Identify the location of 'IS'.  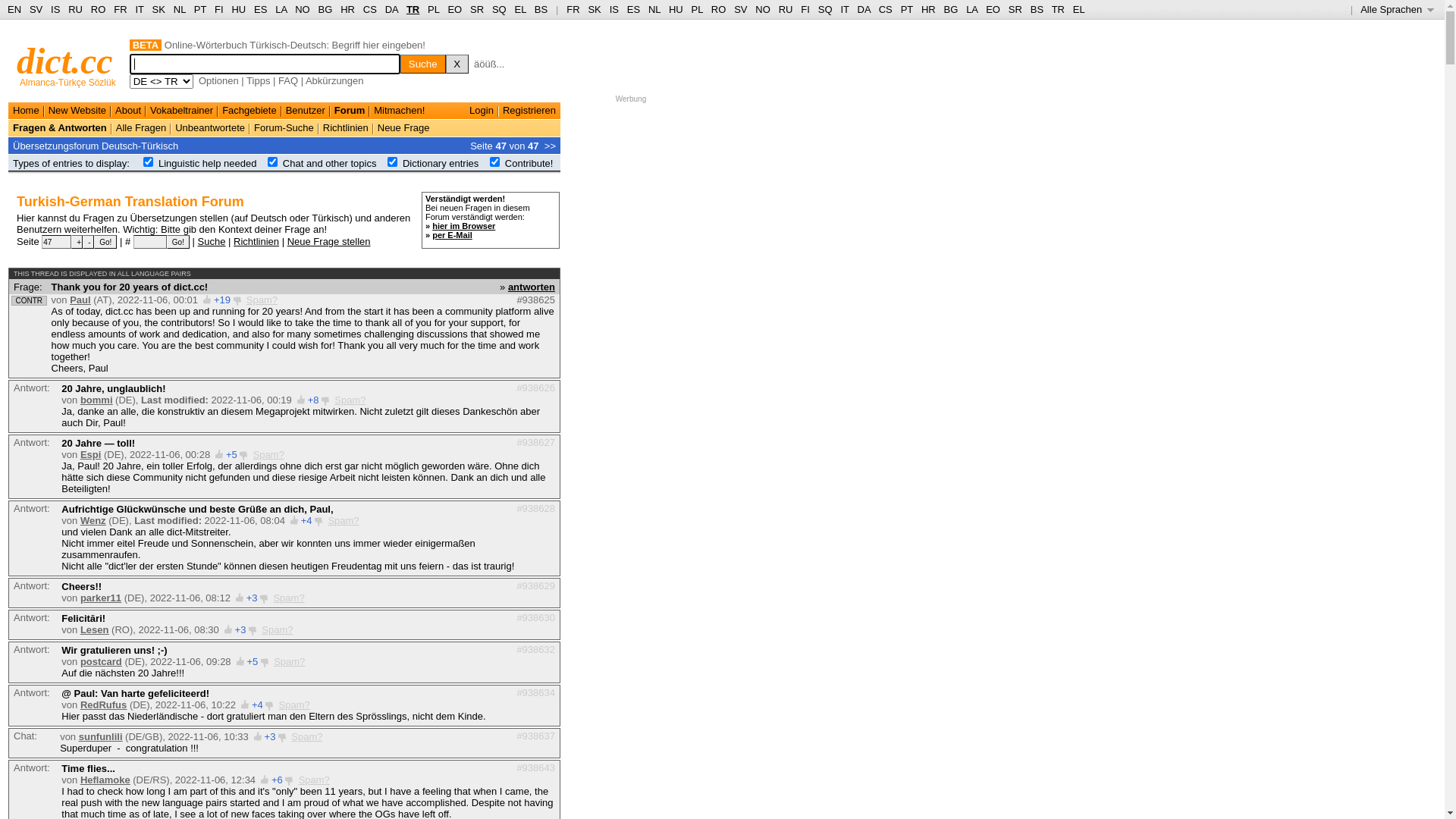
(614, 9).